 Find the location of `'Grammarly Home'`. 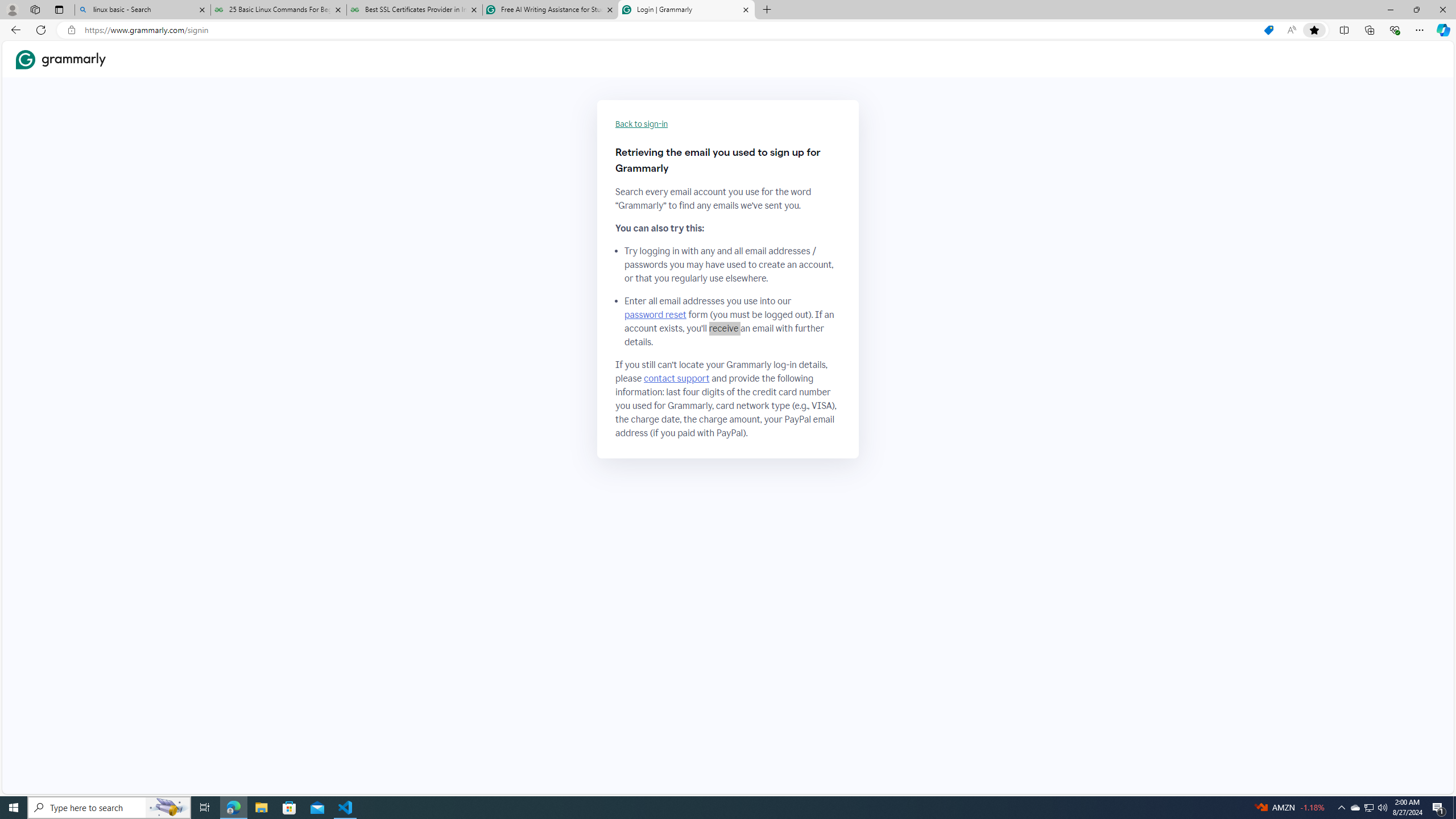

'Grammarly Home' is located at coordinates (60, 59).